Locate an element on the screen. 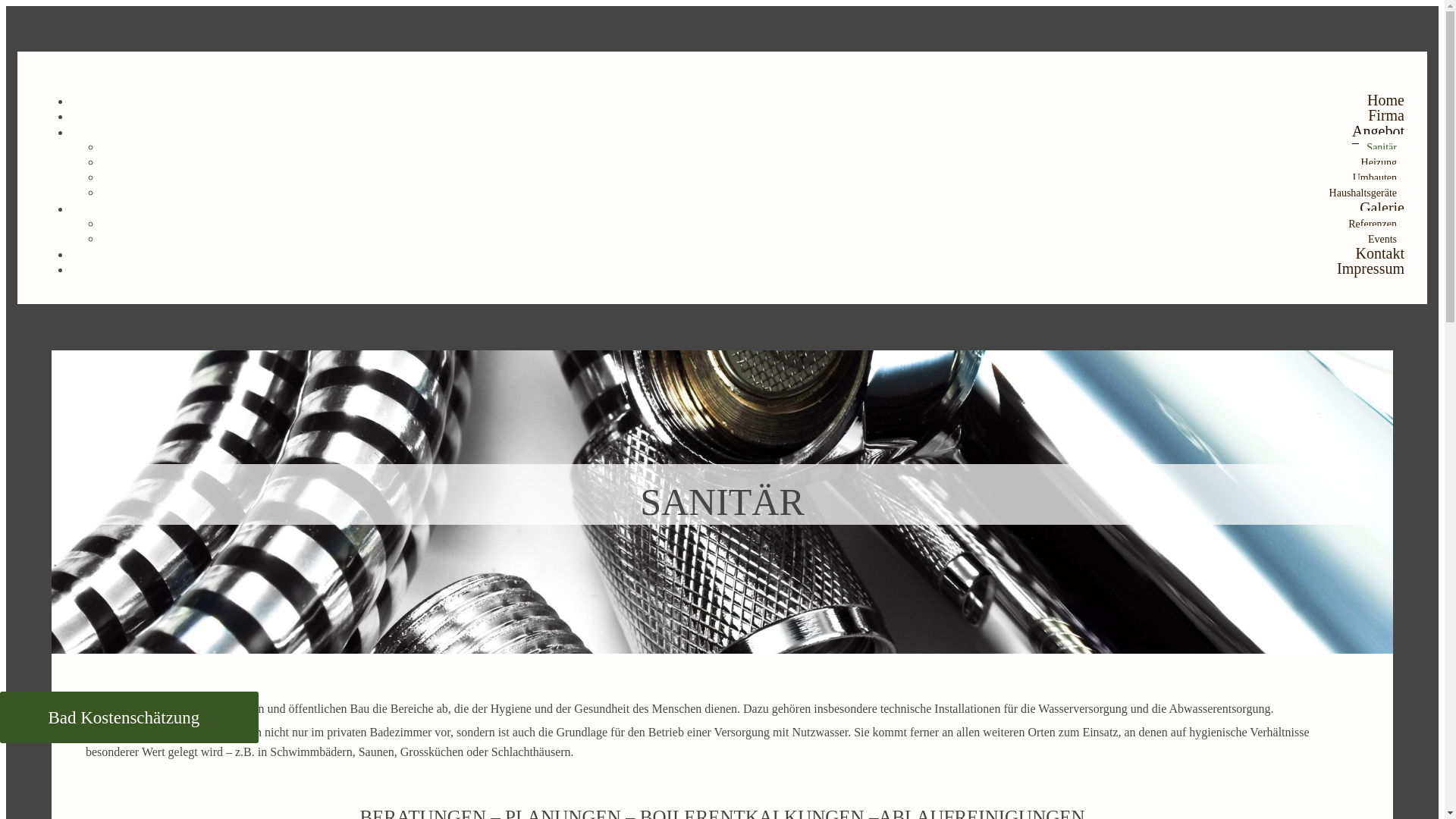  'Firma' is located at coordinates (1386, 115).